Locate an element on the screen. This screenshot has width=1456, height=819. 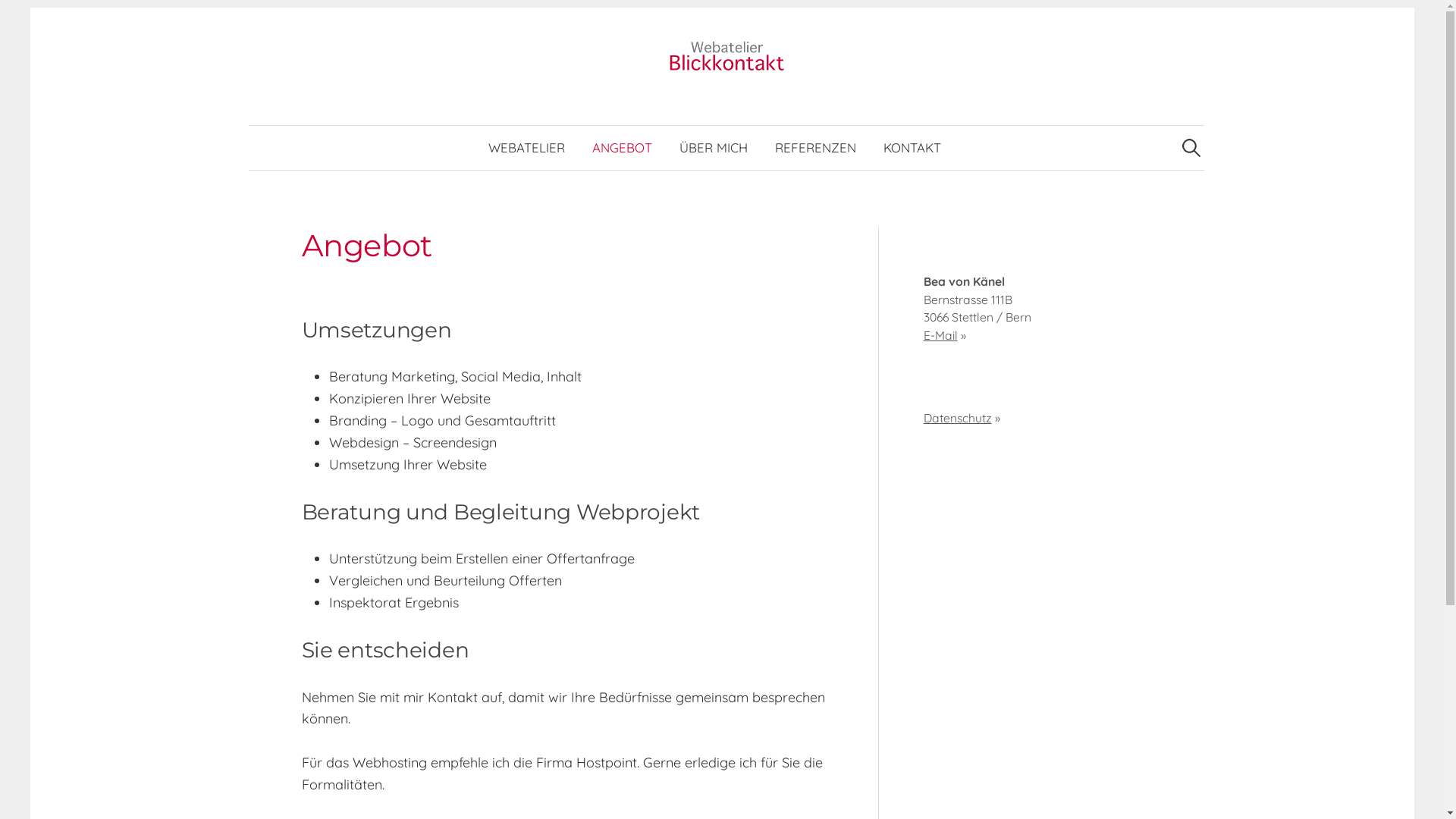
'E-Mail' is located at coordinates (940, 334).